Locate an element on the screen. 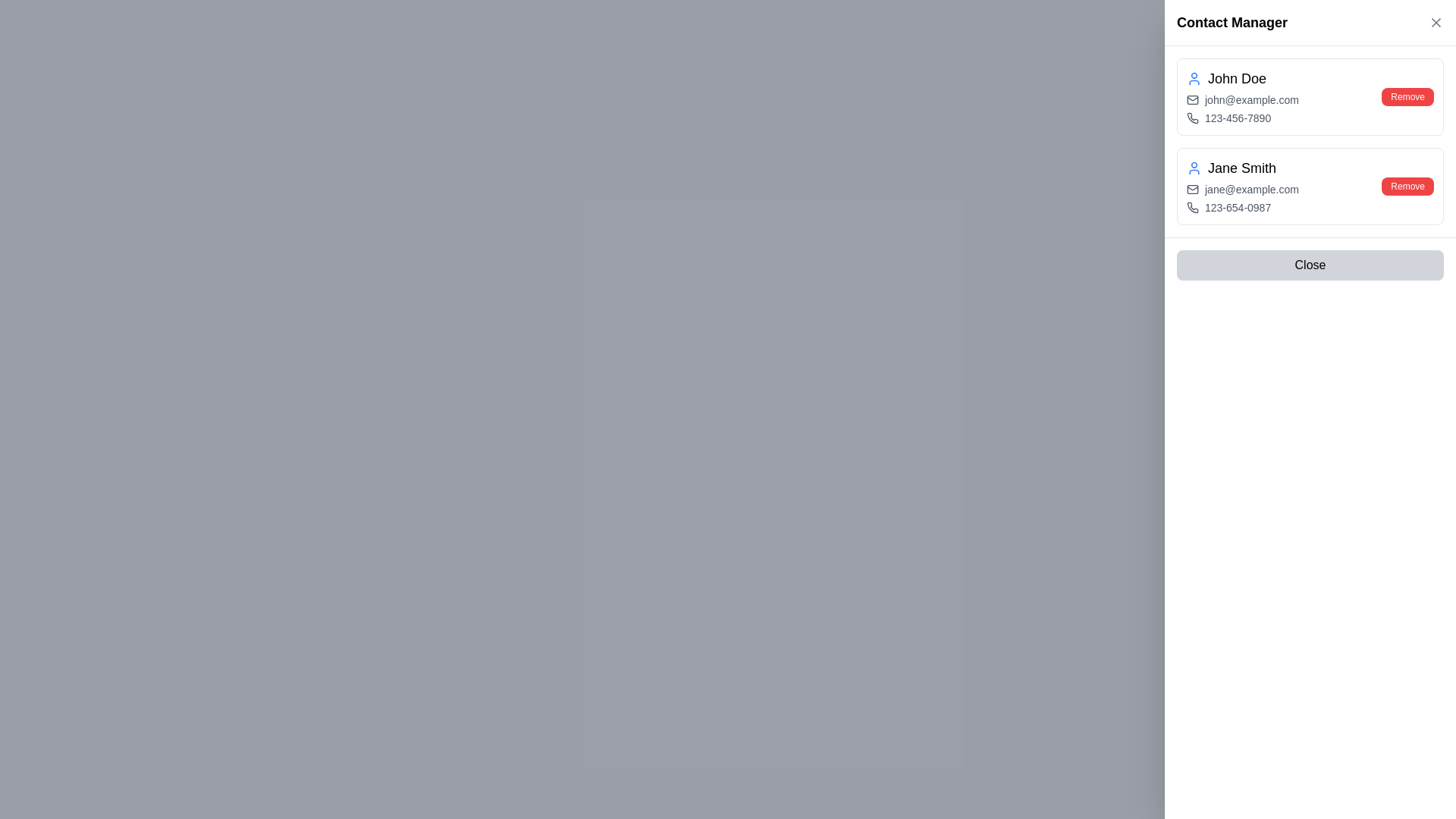 The image size is (1456, 819). phone number text '123-456-7890' displayed in gray color, accompanied by a phone receiver icon, located in the 'Contact Manager' panel for 'John Doe' is located at coordinates (1242, 117).